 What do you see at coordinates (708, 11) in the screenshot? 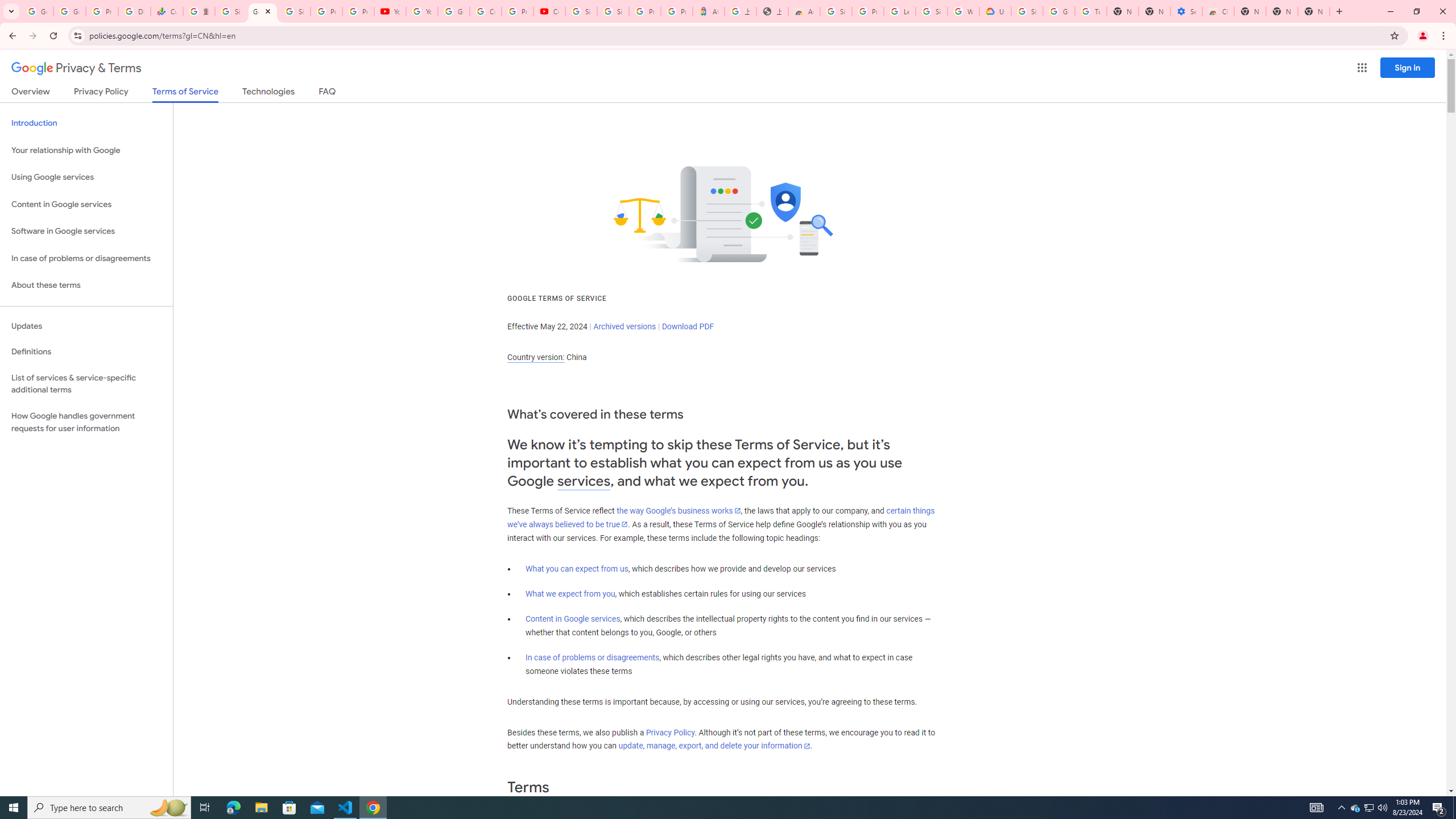
I see `'Atour Hotel - Google hotels'` at bounding box center [708, 11].